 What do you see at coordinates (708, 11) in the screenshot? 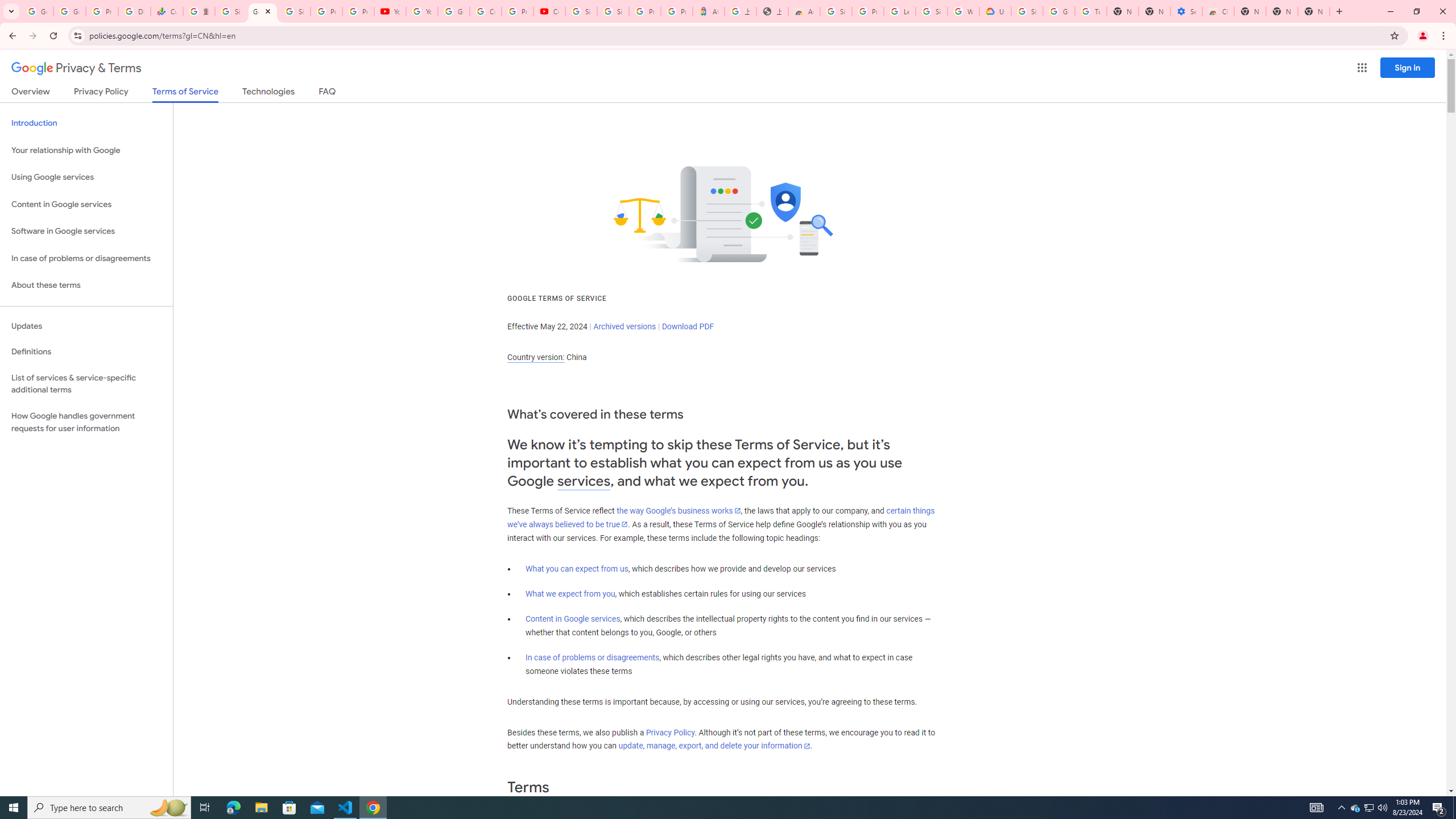
I see `'Atour Hotel - Google hotels'` at bounding box center [708, 11].